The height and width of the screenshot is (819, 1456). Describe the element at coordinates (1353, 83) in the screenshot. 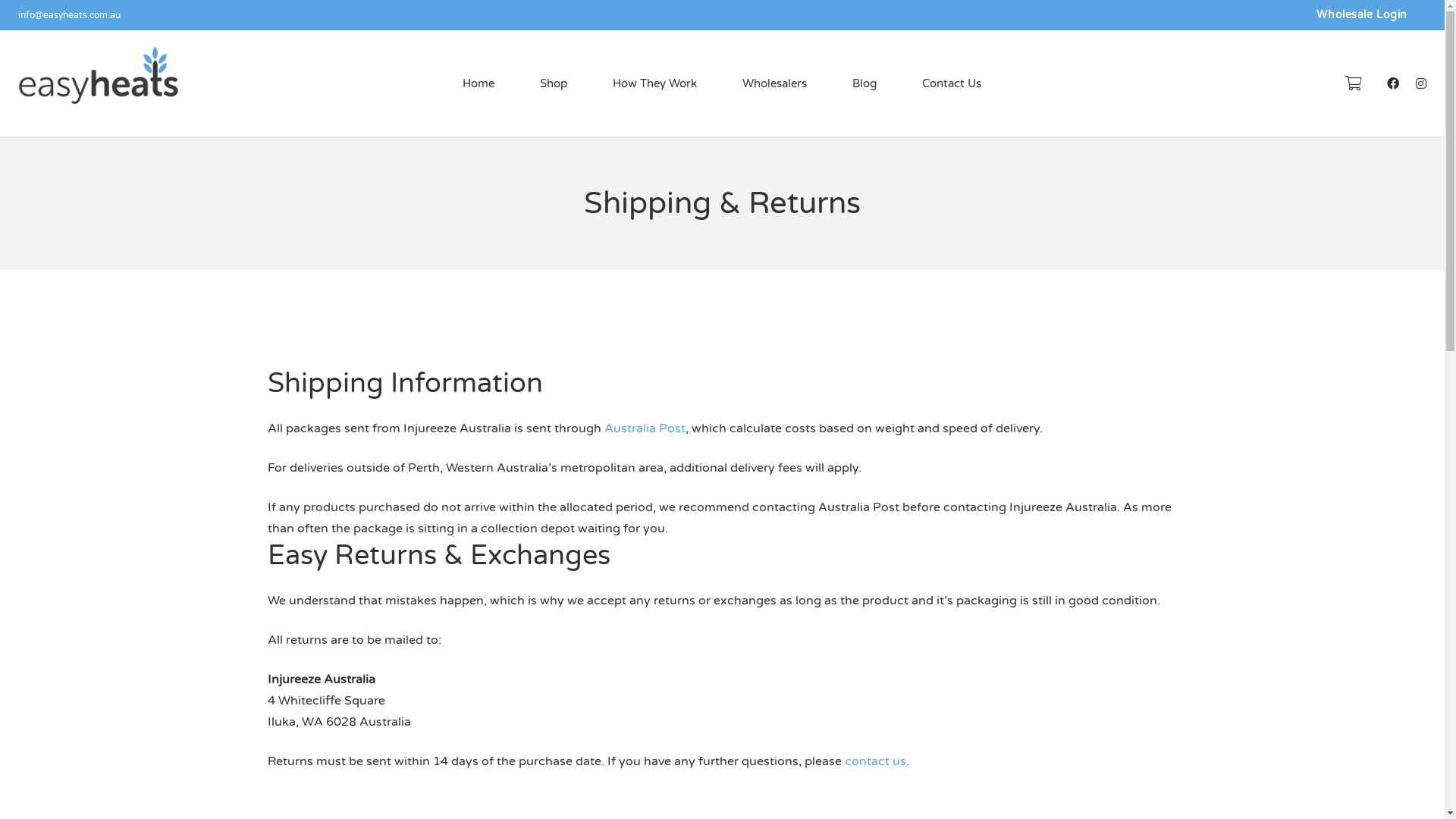

I see `'0'` at that location.